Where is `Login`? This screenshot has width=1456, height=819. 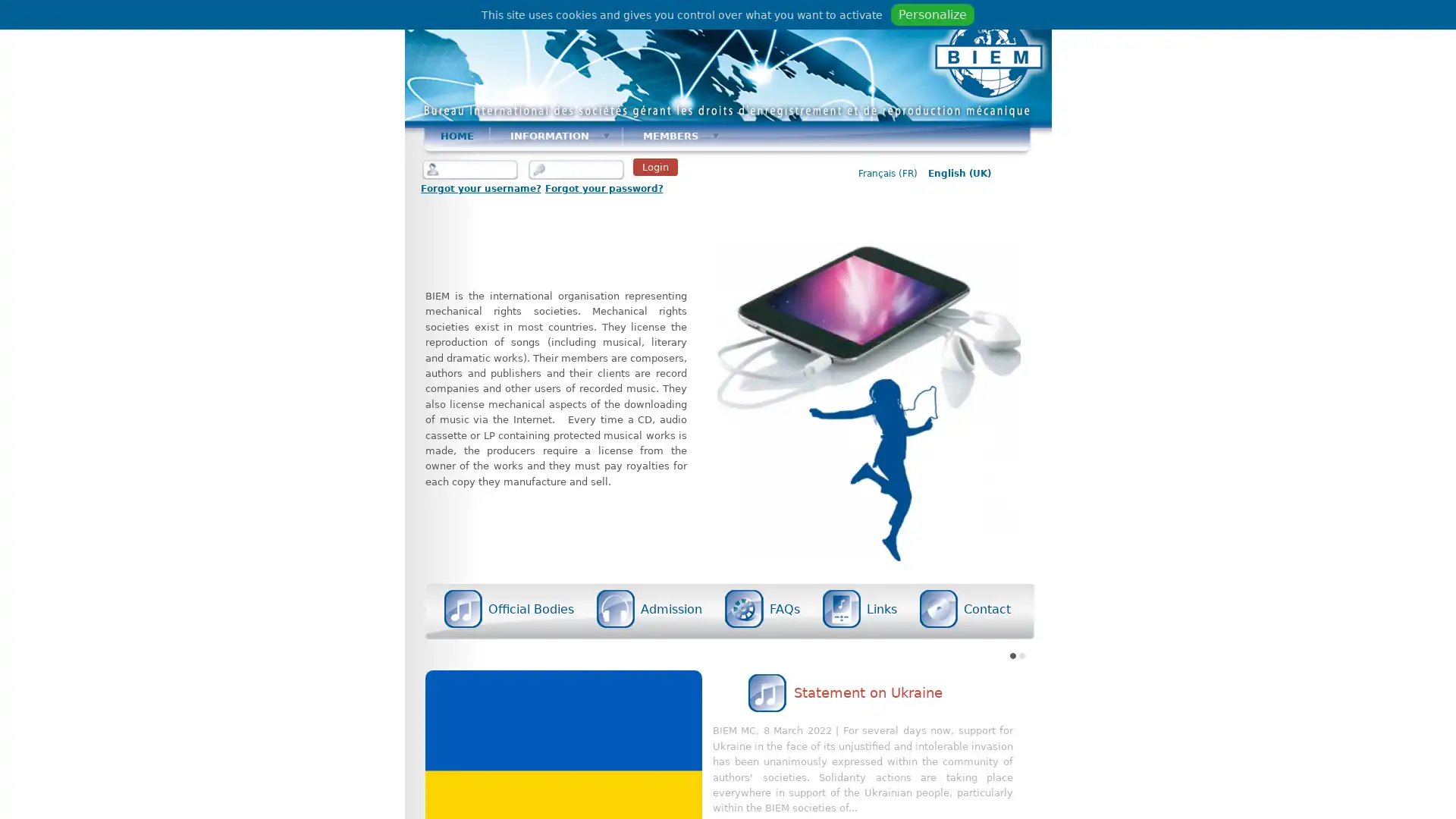 Login is located at coordinates (654, 167).